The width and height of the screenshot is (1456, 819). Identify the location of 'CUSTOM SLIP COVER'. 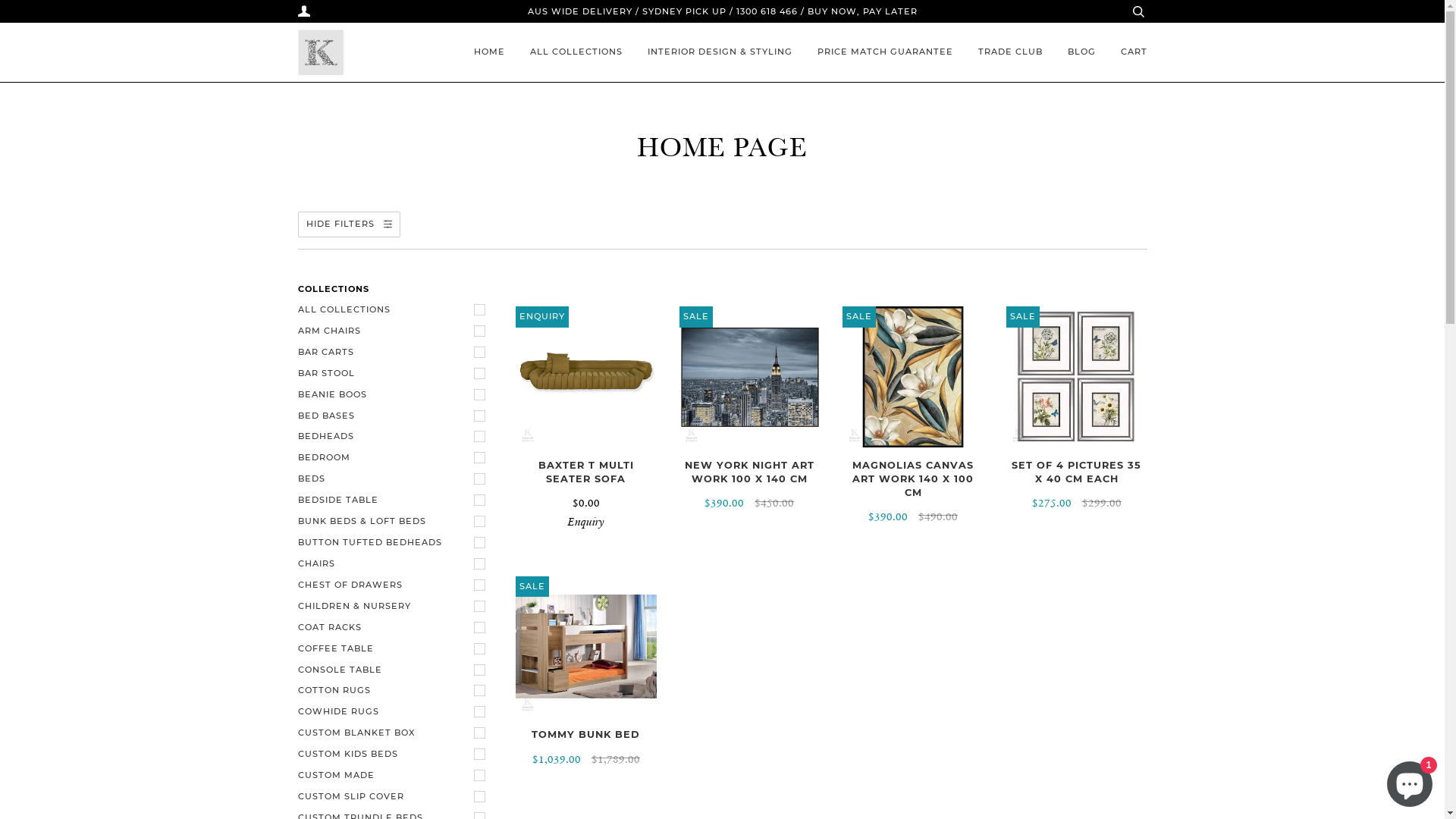
(395, 795).